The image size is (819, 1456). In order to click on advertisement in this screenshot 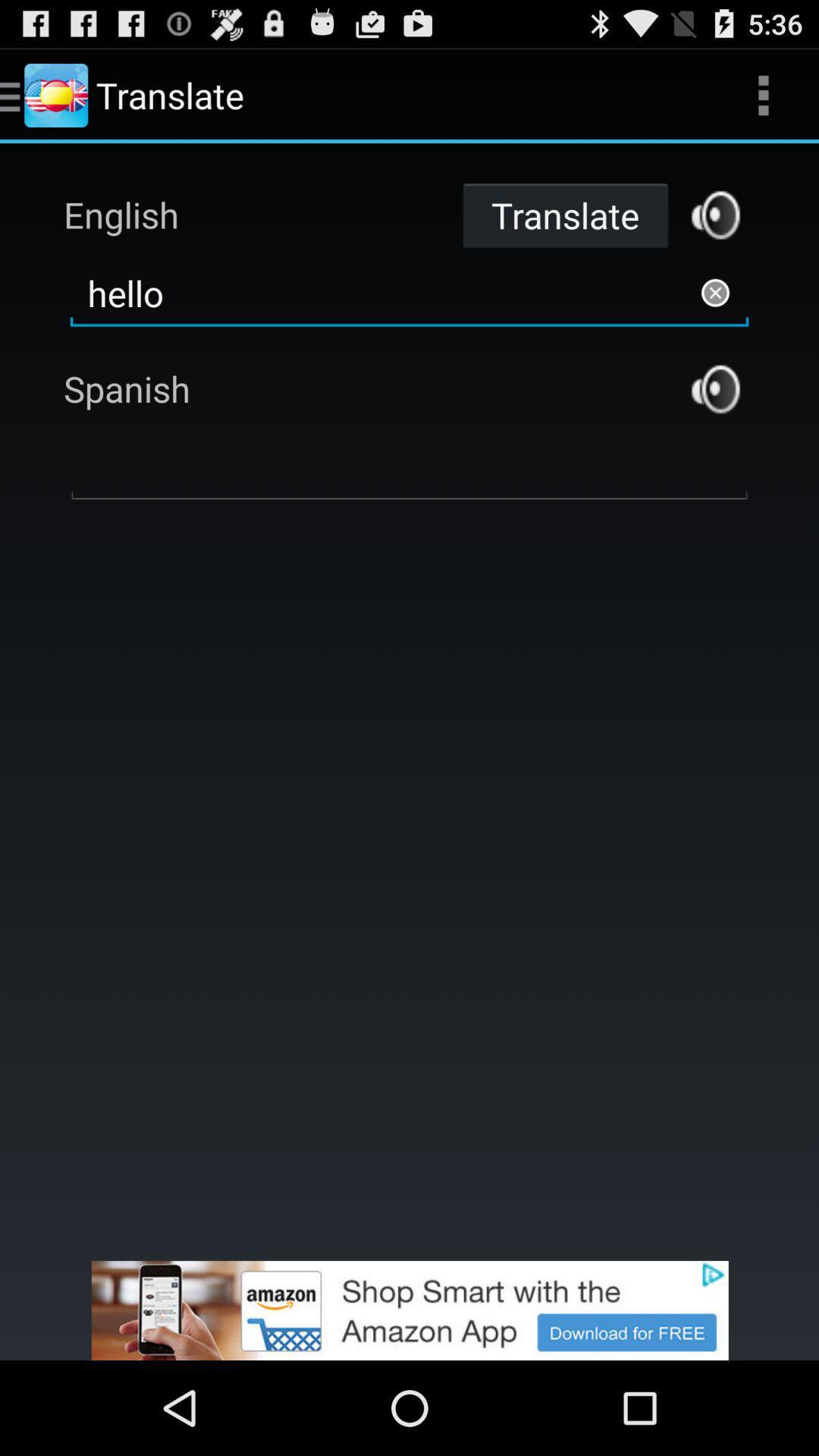, I will do `click(715, 214)`.